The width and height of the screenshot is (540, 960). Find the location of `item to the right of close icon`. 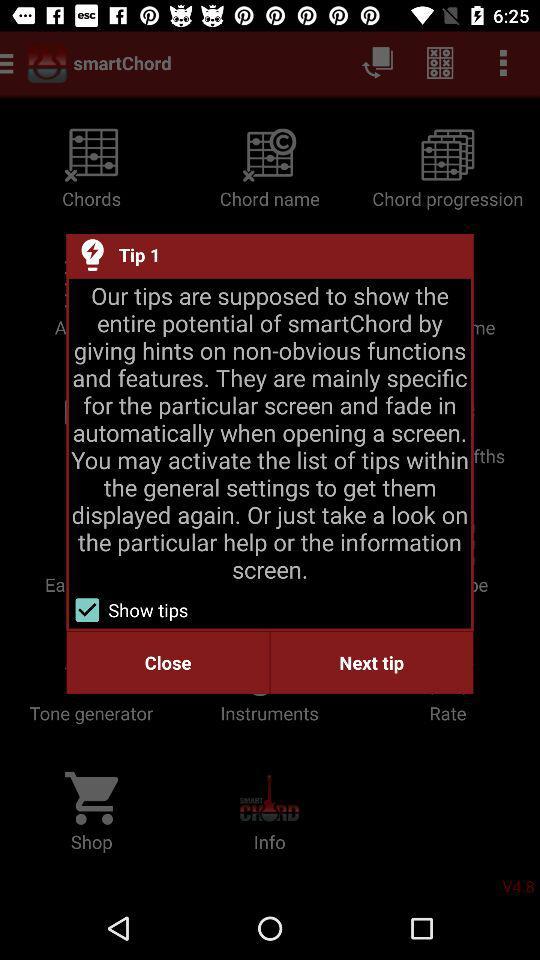

item to the right of close icon is located at coordinates (370, 662).